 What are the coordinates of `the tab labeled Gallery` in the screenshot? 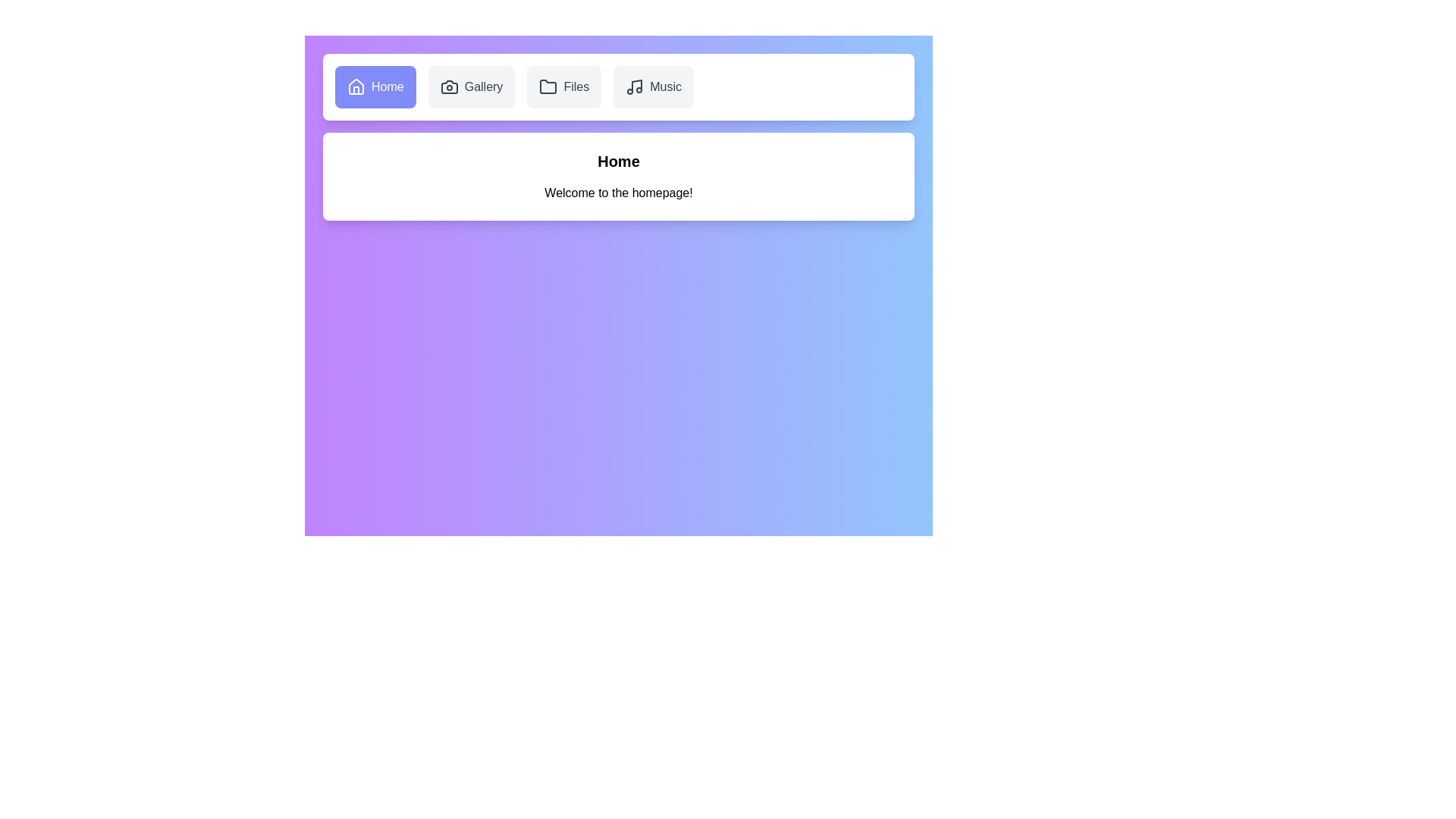 It's located at (471, 87).